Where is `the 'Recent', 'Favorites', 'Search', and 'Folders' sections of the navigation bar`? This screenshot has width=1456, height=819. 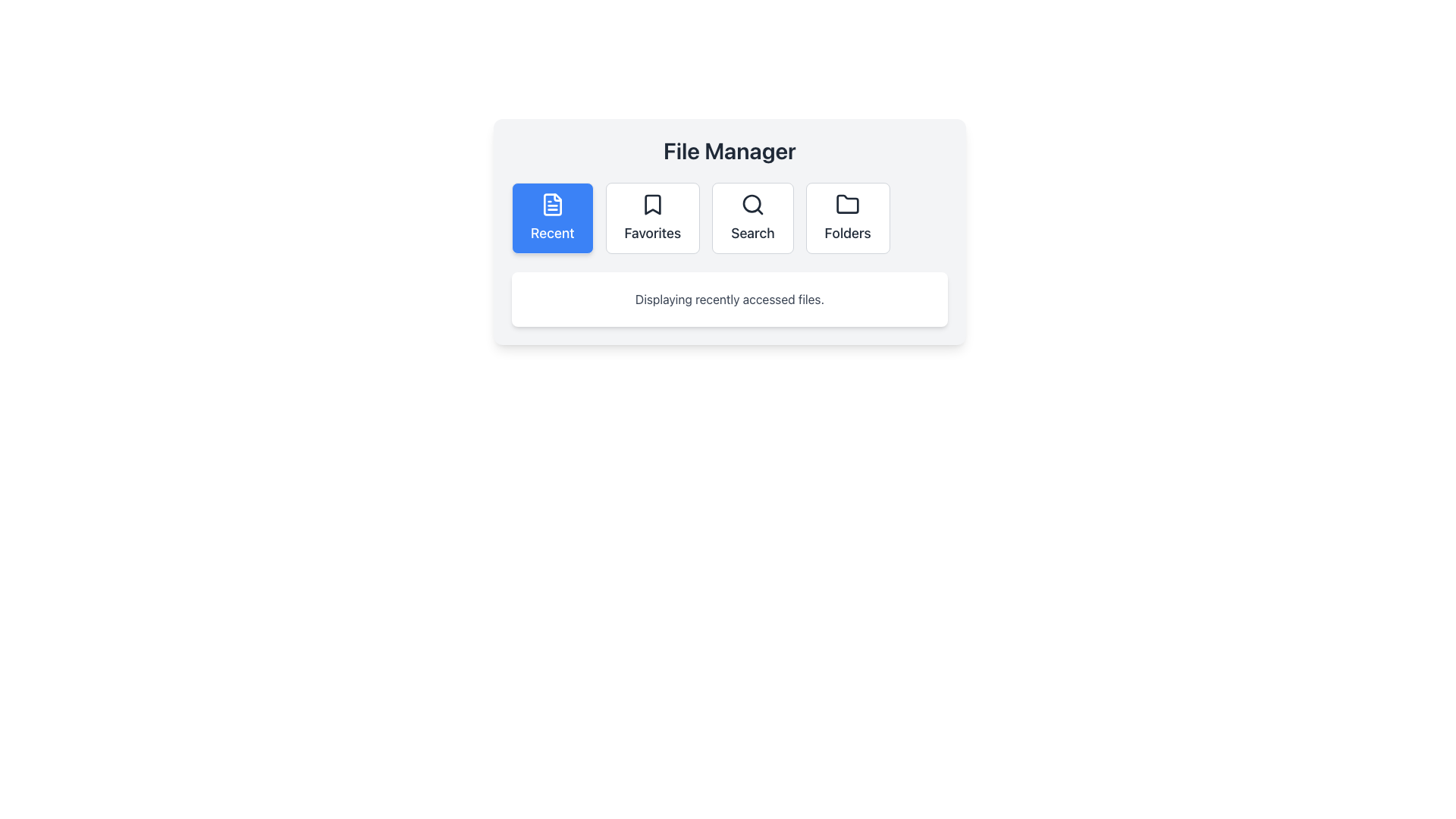
the 'Recent', 'Favorites', 'Search', and 'Folders' sections of the navigation bar is located at coordinates (730, 218).